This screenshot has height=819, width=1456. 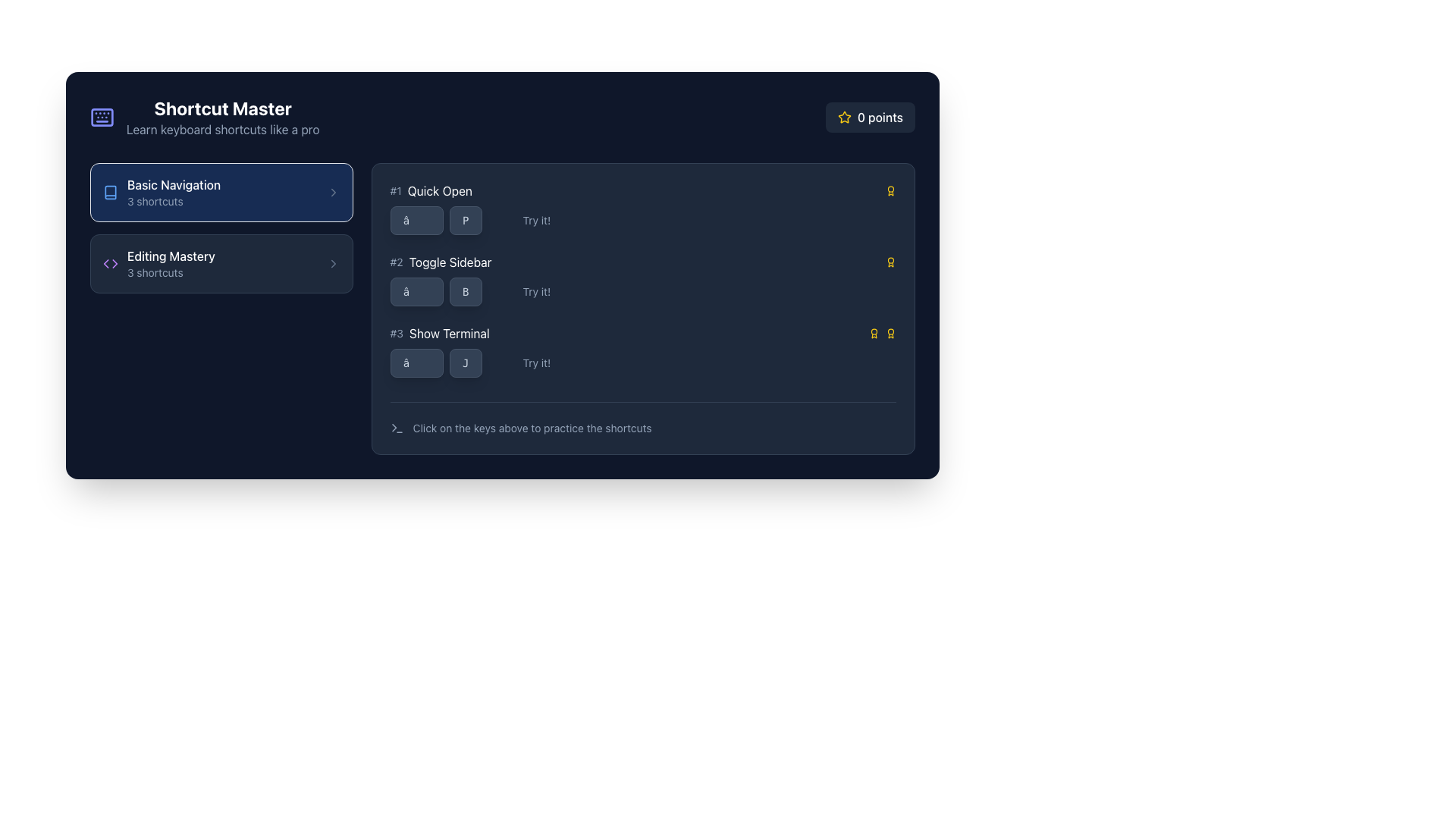 What do you see at coordinates (109, 192) in the screenshot?
I see `the icon representing the 'Basic Navigation' section located in the left menu panel, aligned vertically at the top` at bounding box center [109, 192].